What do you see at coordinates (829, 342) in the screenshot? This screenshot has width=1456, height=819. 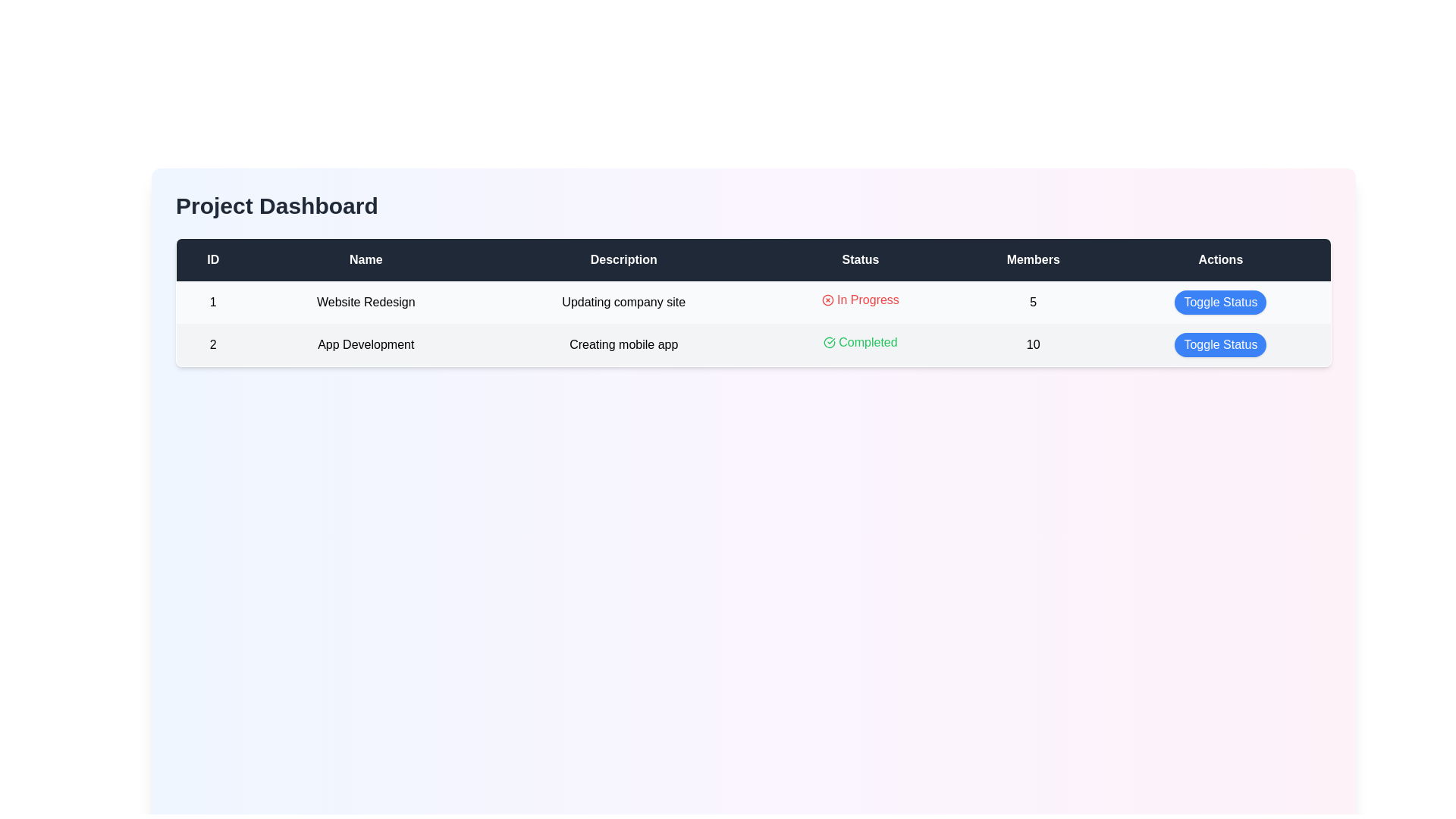 I see `the 'Completed' status icon located in the second row under the 'Status' column of the table, which visually indicates the completion status of the associated project` at bounding box center [829, 342].